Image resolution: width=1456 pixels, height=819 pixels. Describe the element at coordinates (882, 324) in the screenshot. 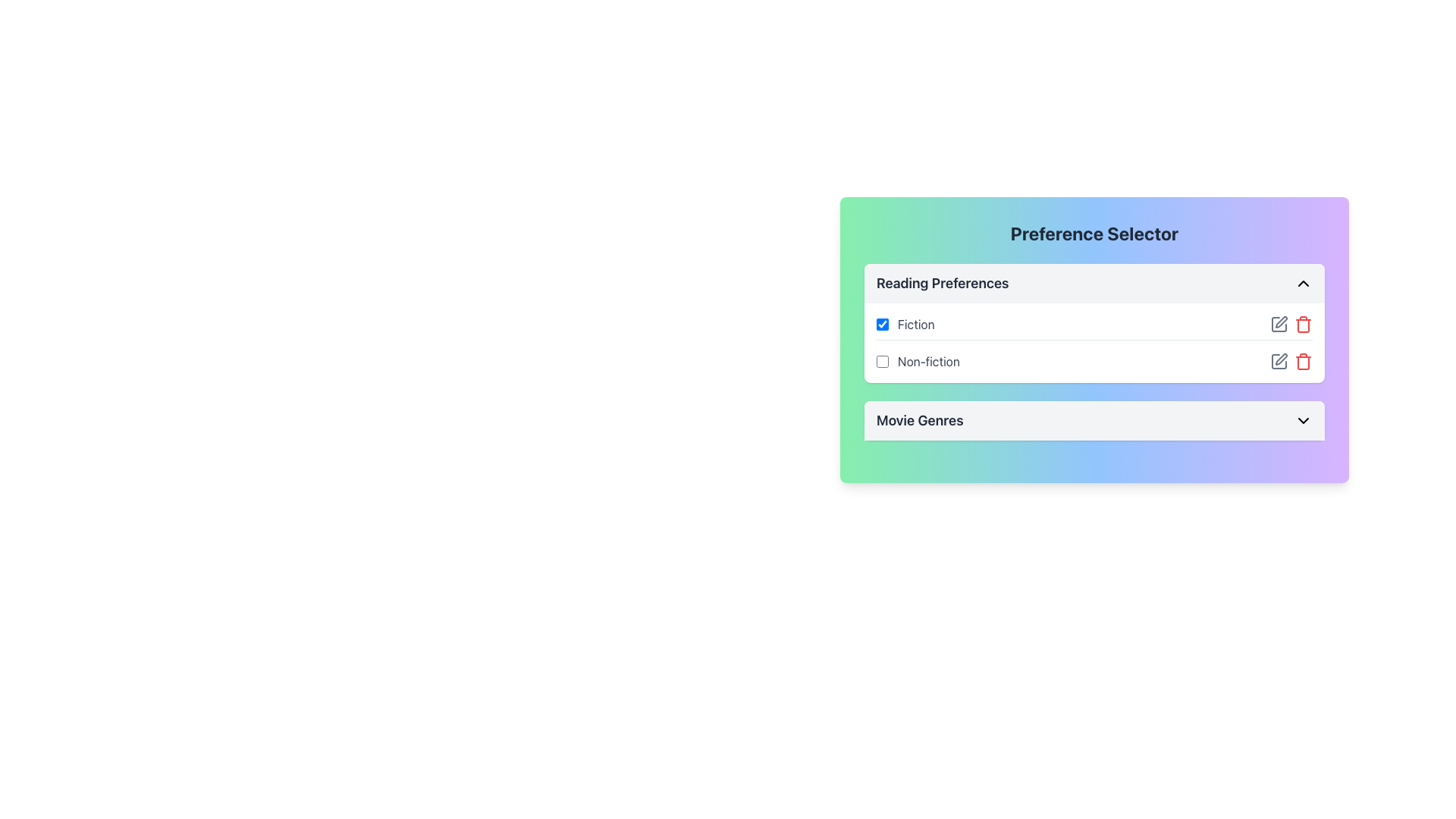

I see `the checkbox with a blue checkmark located to the left of the label 'Fiction' in the 'Reading Preferences' section` at that location.